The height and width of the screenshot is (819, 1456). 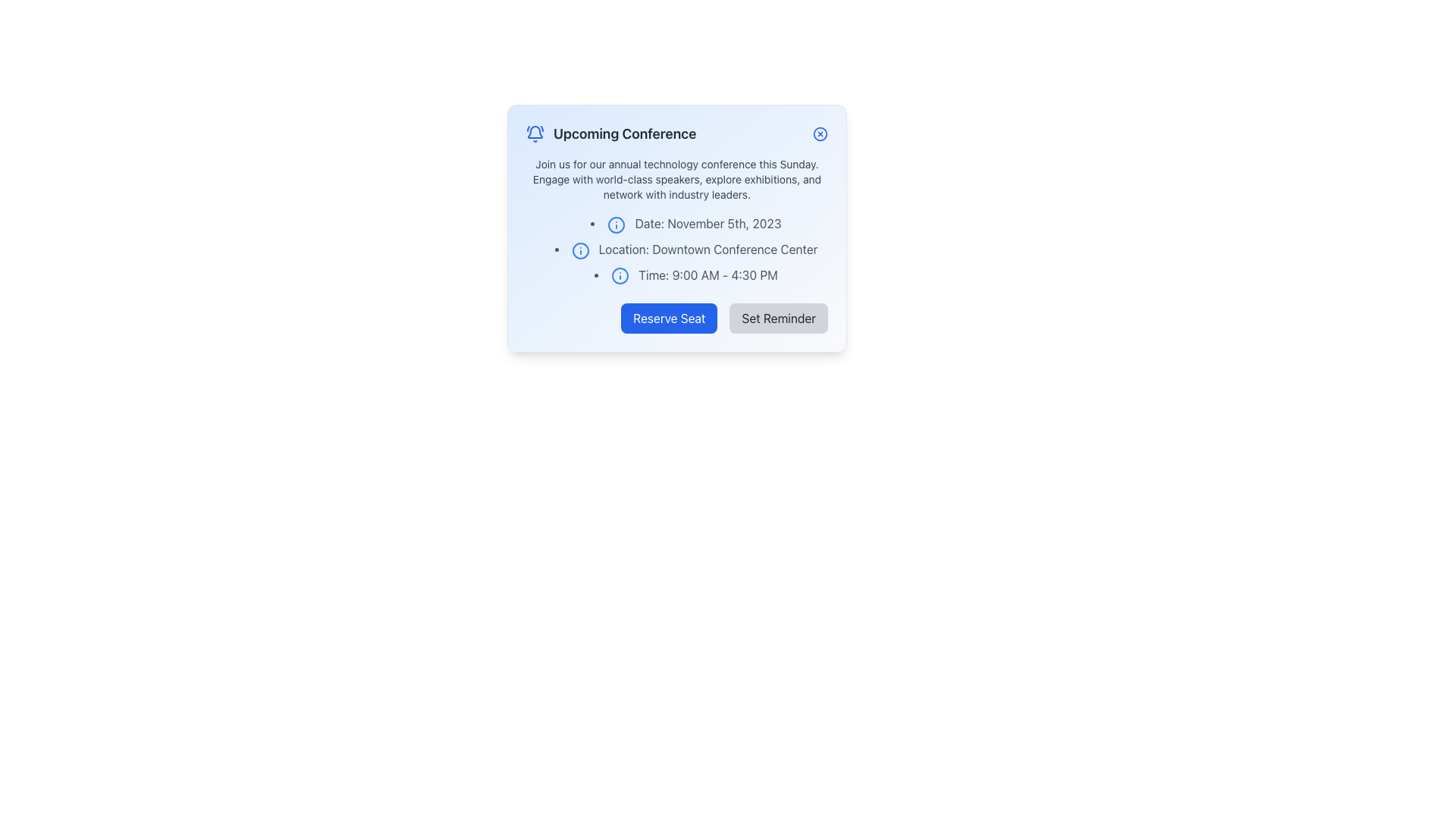 I want to click on displayed text of the Text block located below the title 'Upcoming Conference' and above the list of event information, so click(x=676, y=178).